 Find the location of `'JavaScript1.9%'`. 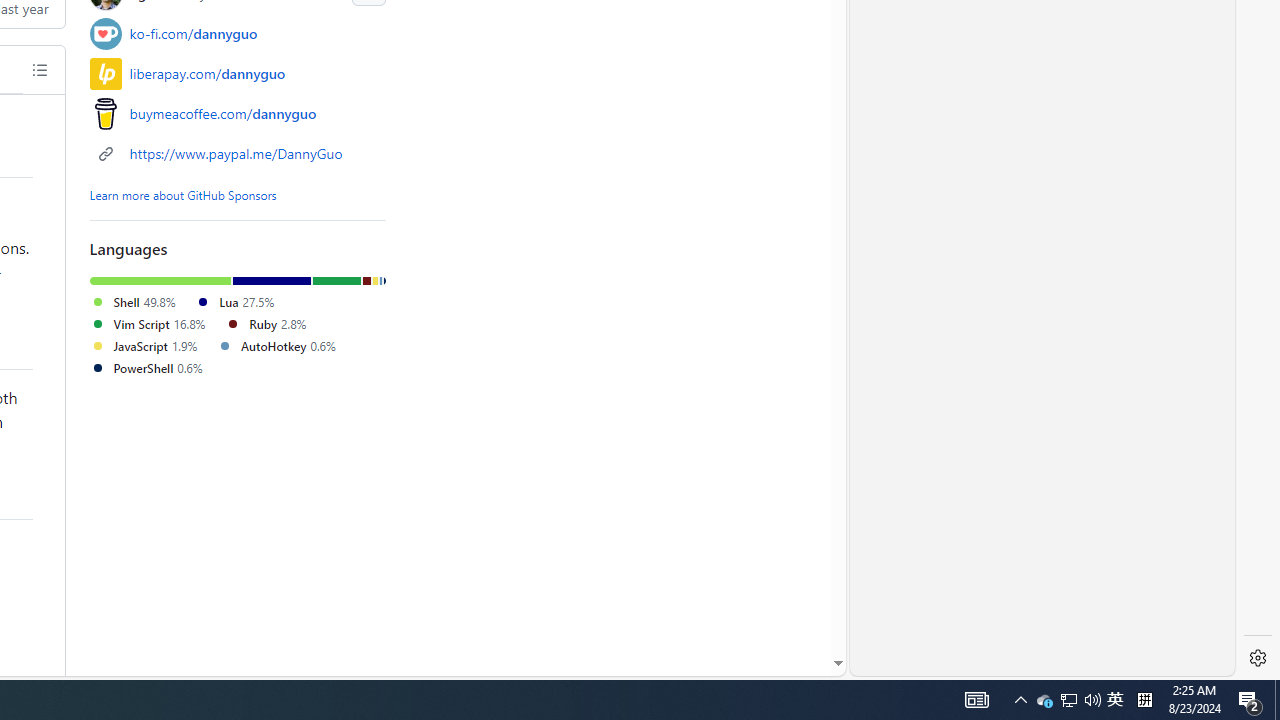

'JavaScript1.9%' is located at coordinates (152, 346).